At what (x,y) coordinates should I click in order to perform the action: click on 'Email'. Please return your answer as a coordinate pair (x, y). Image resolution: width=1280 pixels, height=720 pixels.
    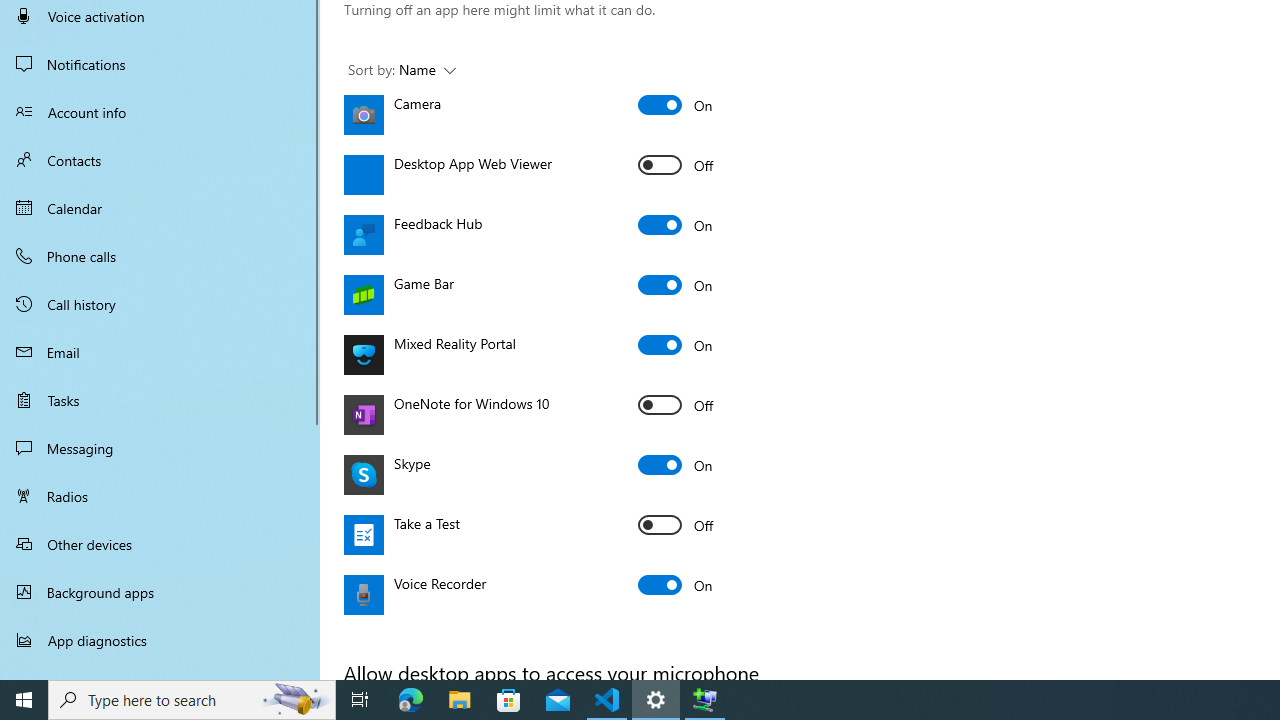
    Looking at the image, I should click on (160, 351).